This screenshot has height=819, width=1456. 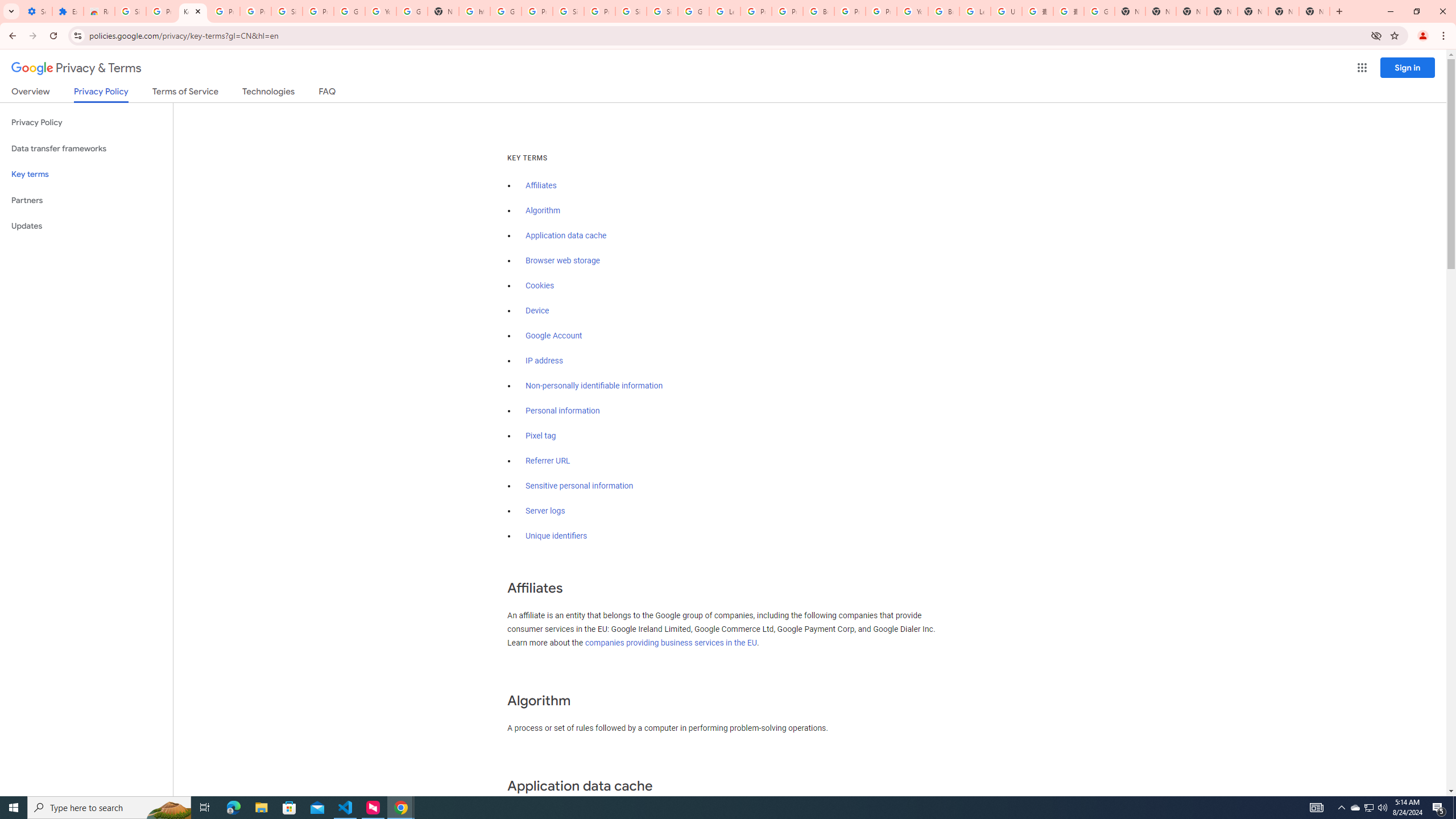 What do you see at coordinates (579, 486) in the screenshot?
I see `'Sensitive personal information'` at bounding box center [579, 486].